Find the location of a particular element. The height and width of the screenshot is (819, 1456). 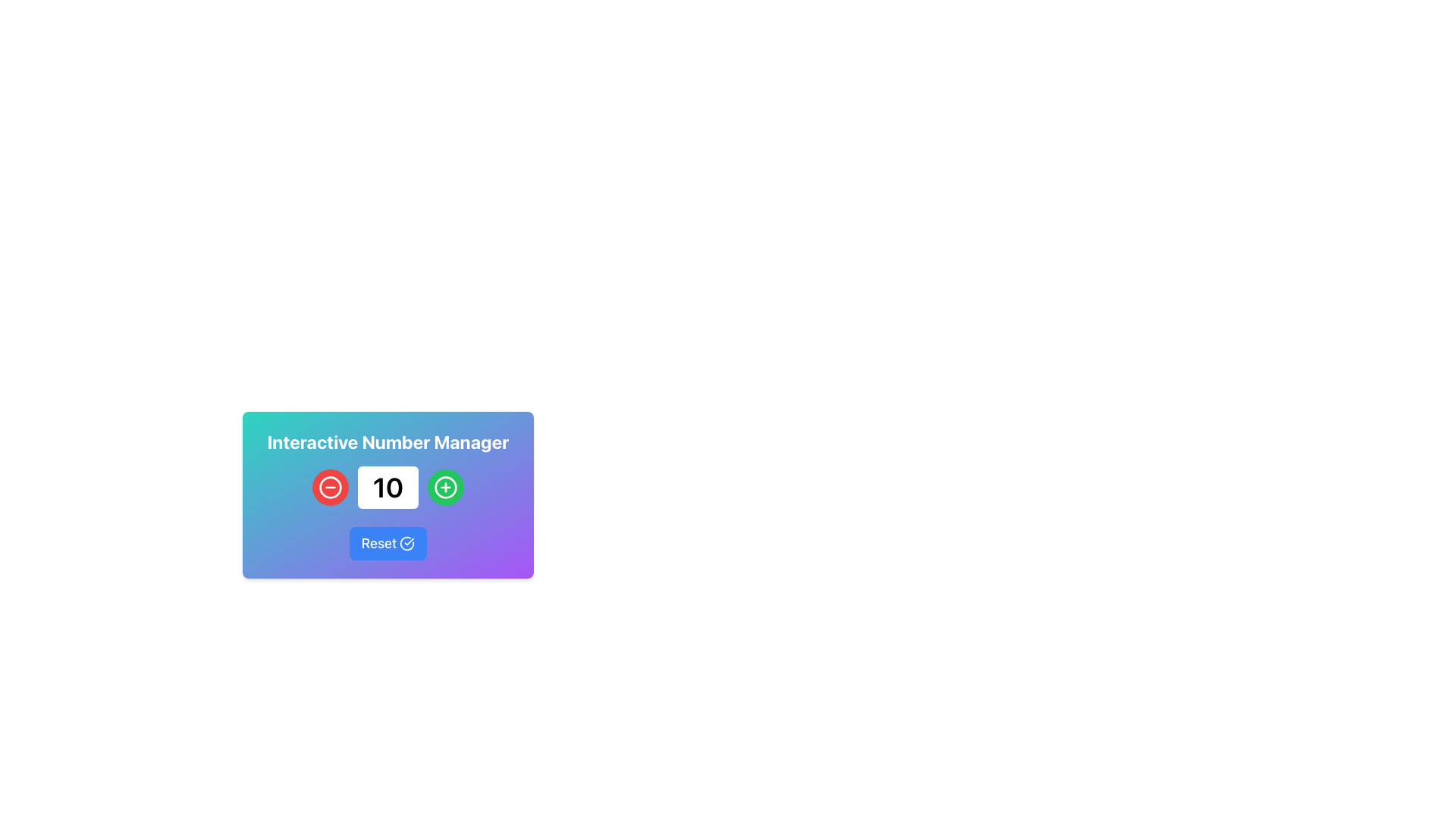

the circular green button with a white plus sign to increase the number in the number manager interface is located at coordinates (445, 488).